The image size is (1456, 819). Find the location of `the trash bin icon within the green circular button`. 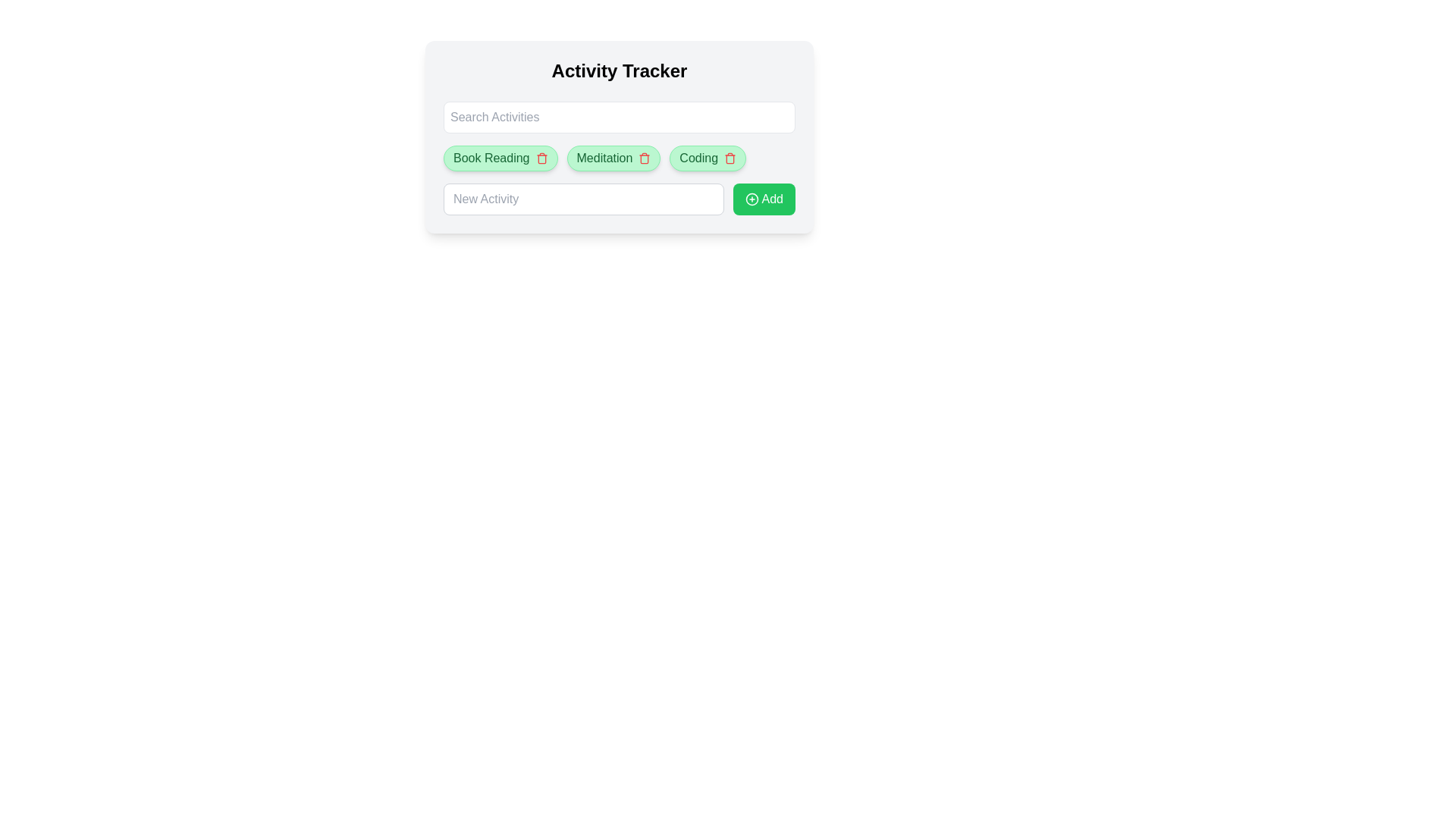

the trash bin icon within the green circular button is located at coordinates (541, 159).